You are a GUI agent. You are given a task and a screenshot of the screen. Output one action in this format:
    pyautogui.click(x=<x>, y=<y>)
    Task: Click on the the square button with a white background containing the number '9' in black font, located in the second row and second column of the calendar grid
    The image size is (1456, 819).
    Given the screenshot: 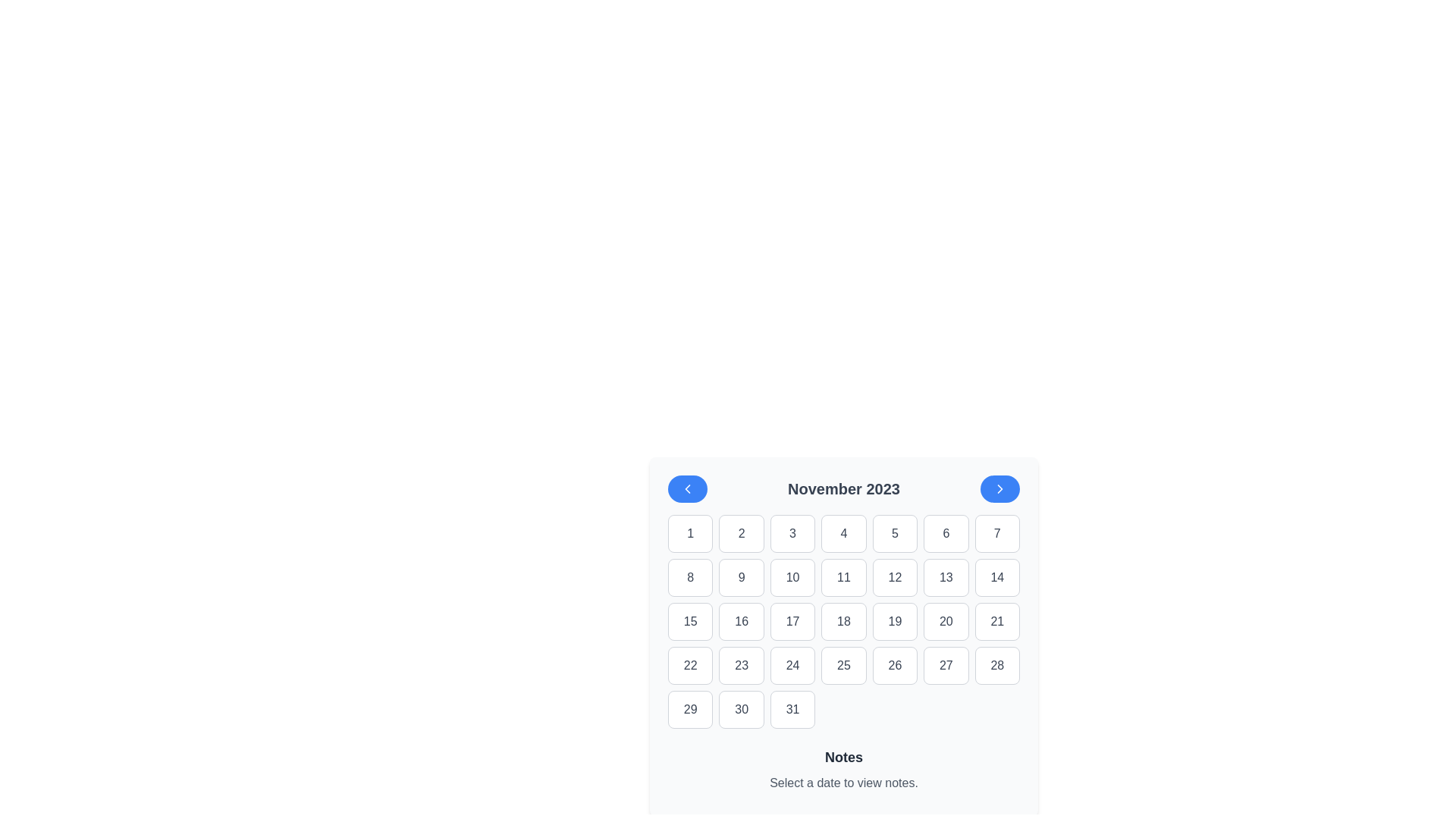 What is the action you would take?
    pyautogui.click(x=742, y=578)
    